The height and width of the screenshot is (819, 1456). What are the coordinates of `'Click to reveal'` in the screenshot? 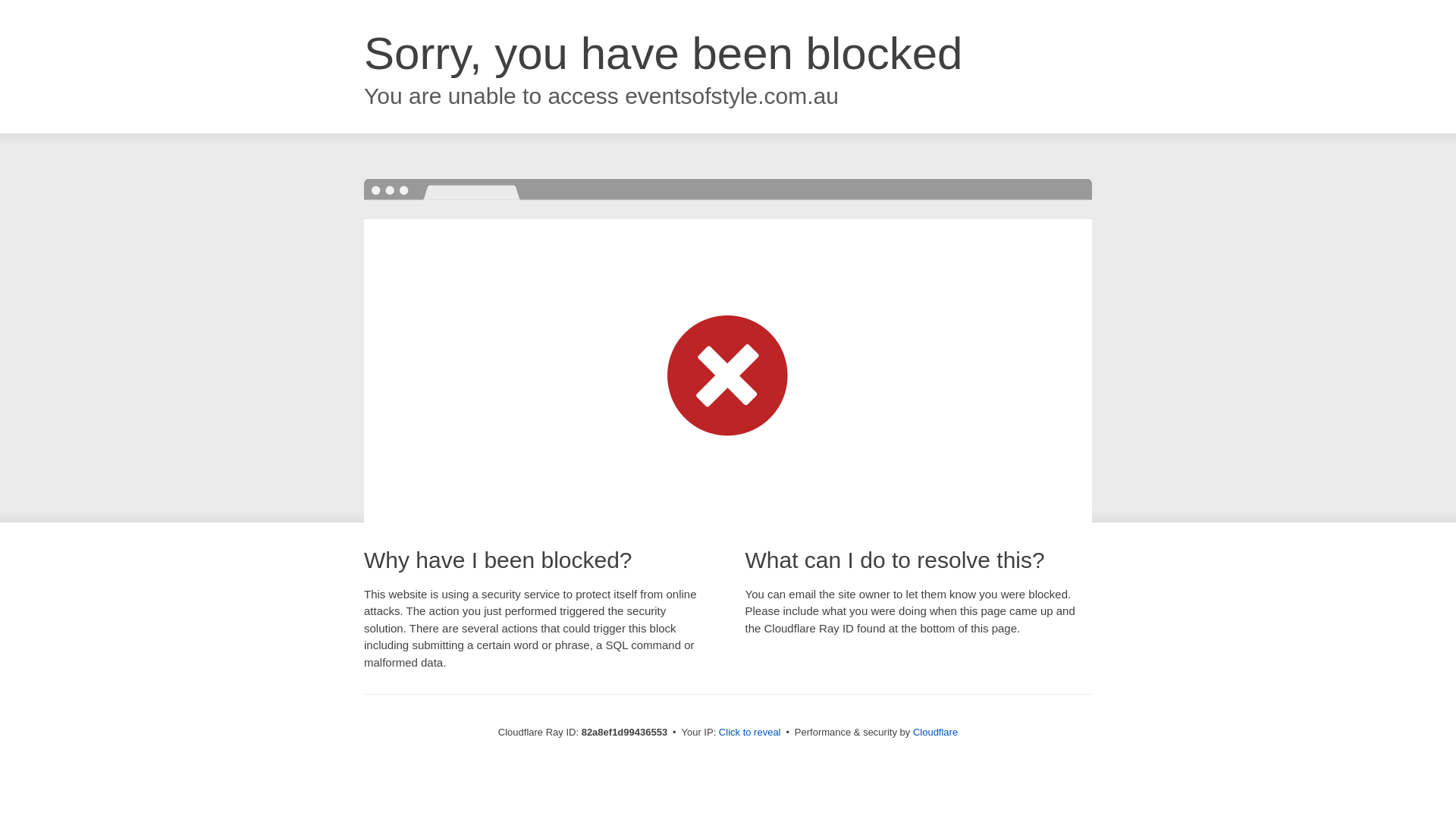 It's located at (749, 731).